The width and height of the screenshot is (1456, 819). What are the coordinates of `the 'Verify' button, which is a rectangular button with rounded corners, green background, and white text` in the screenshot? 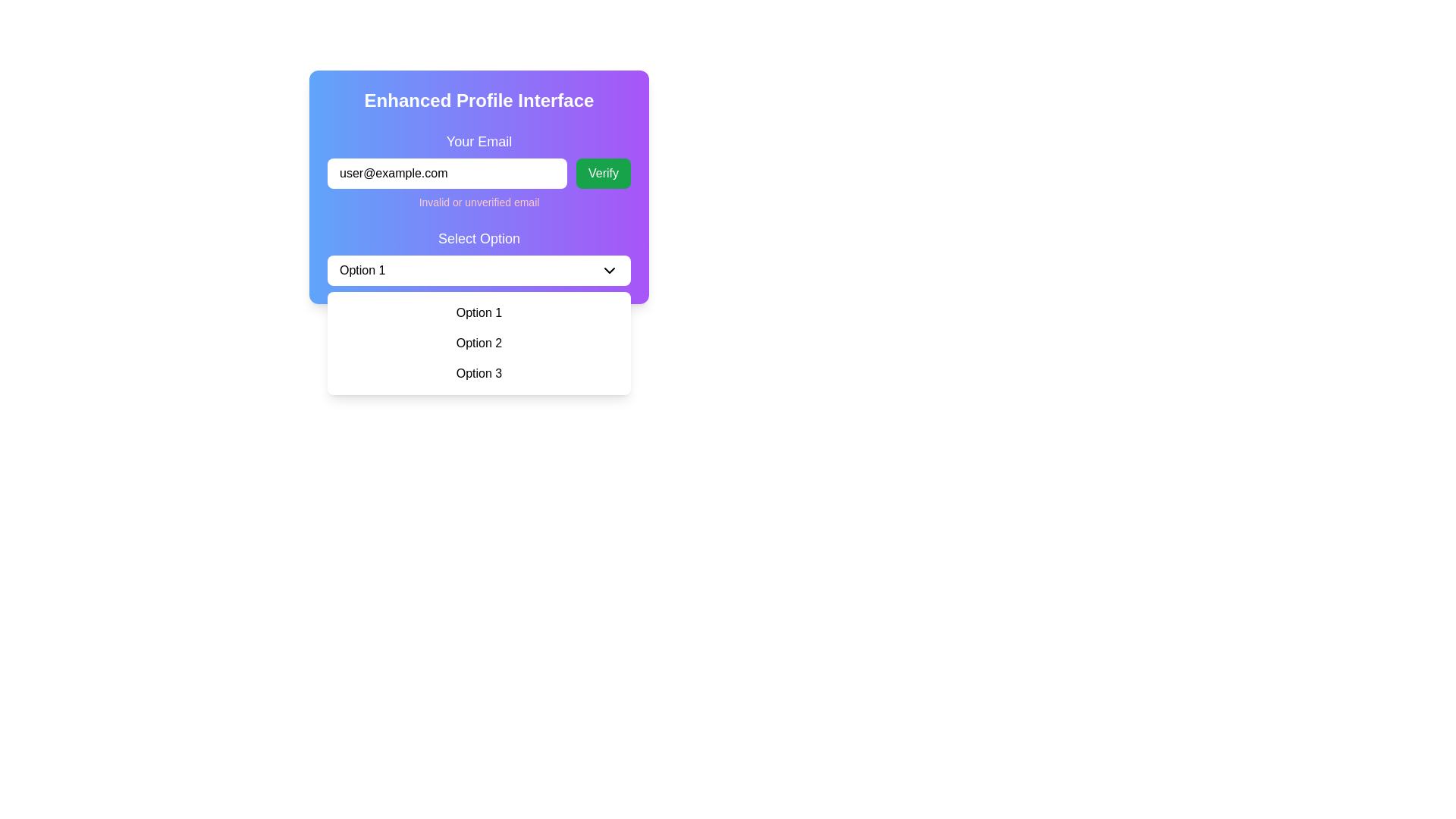 It's located at (603, 172).